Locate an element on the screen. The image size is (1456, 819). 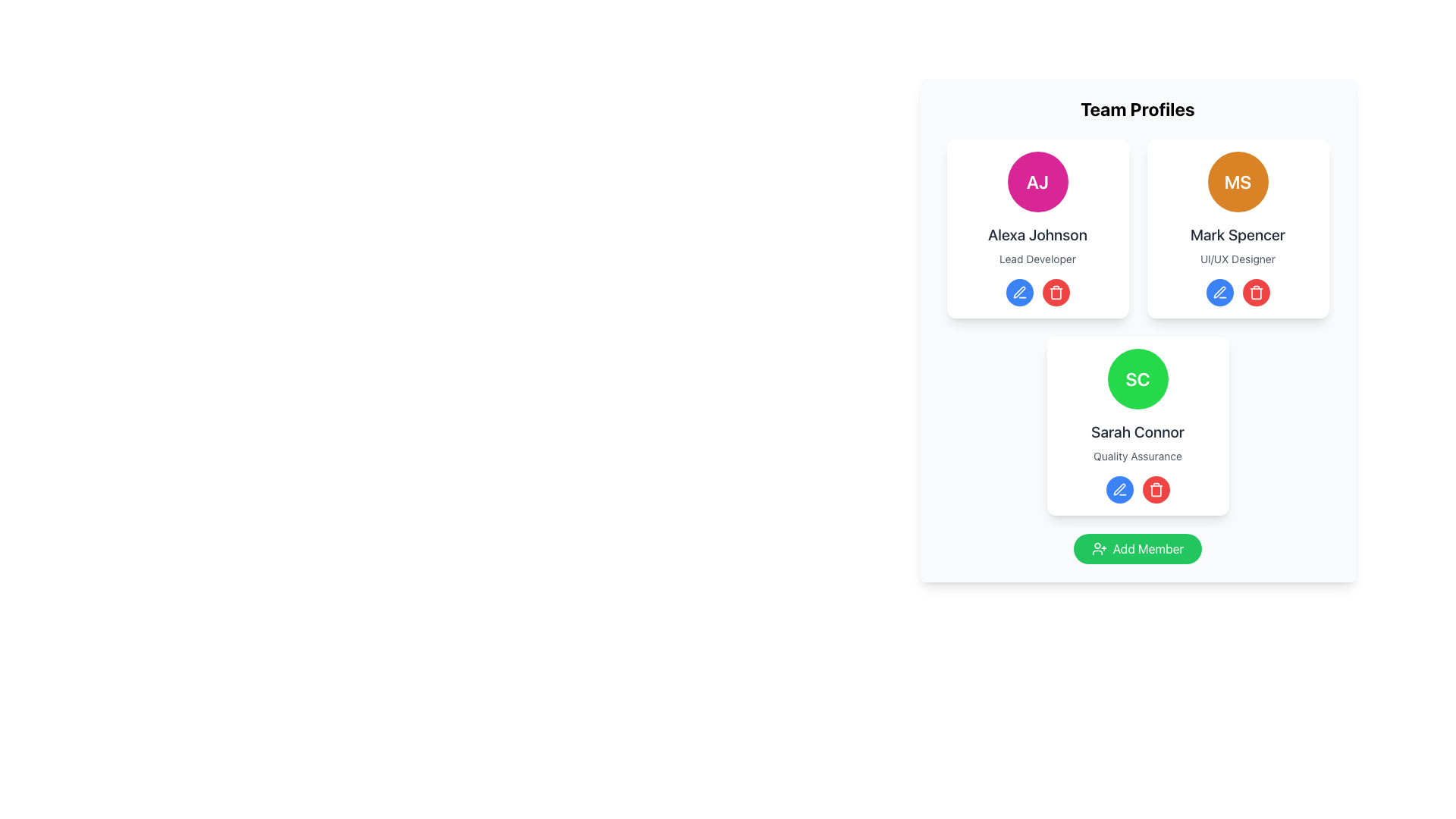
the graphical badge representing the 'Mark Spencer' profile card located at the top-right of the Team Profiles section is located at coordinates (1238, 180).